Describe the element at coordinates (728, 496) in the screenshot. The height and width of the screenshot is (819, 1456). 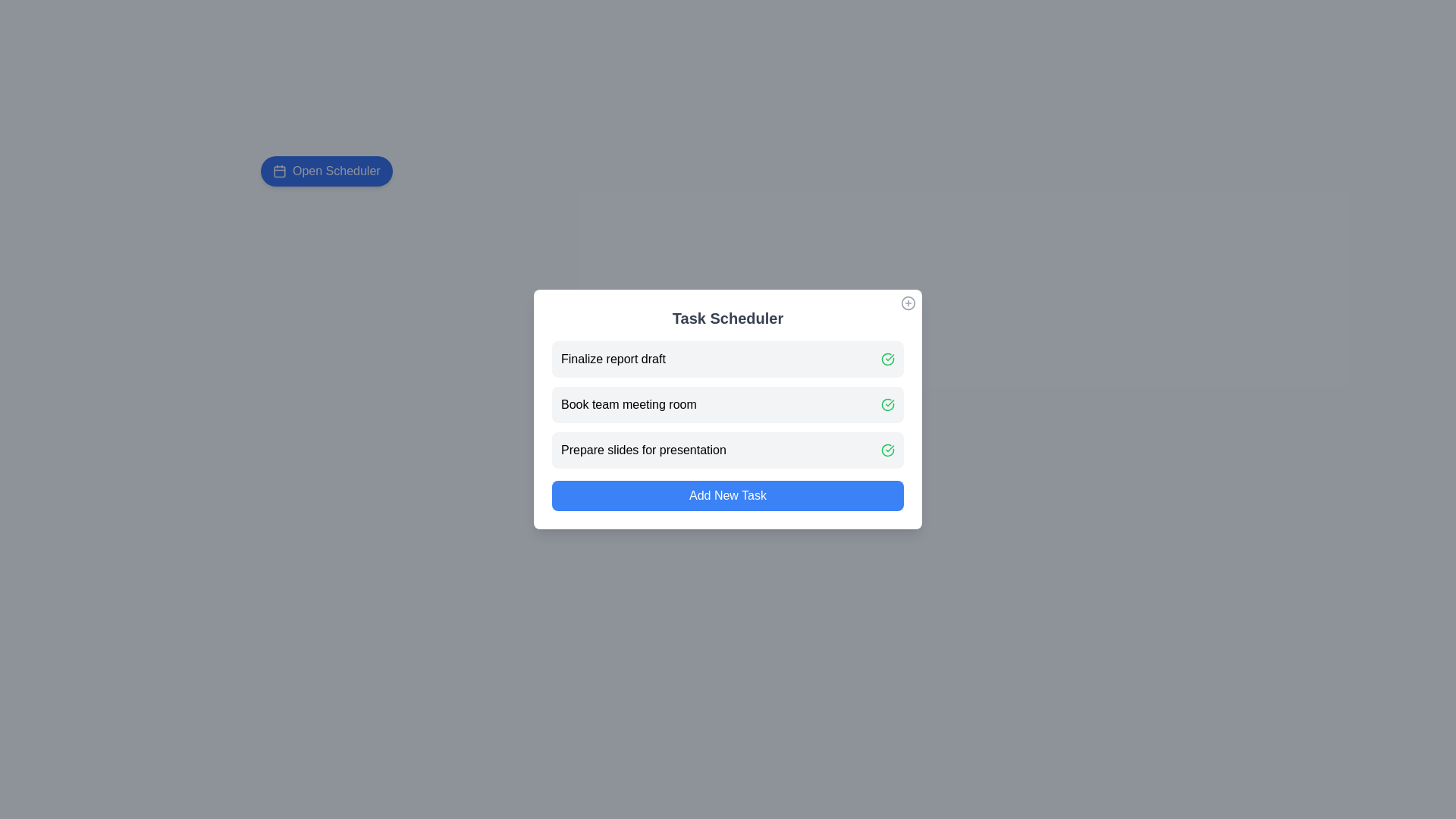
I see `the blue rectangular button with rounded corners labeled 'Add New Task' for accessibility navigation` at that location.